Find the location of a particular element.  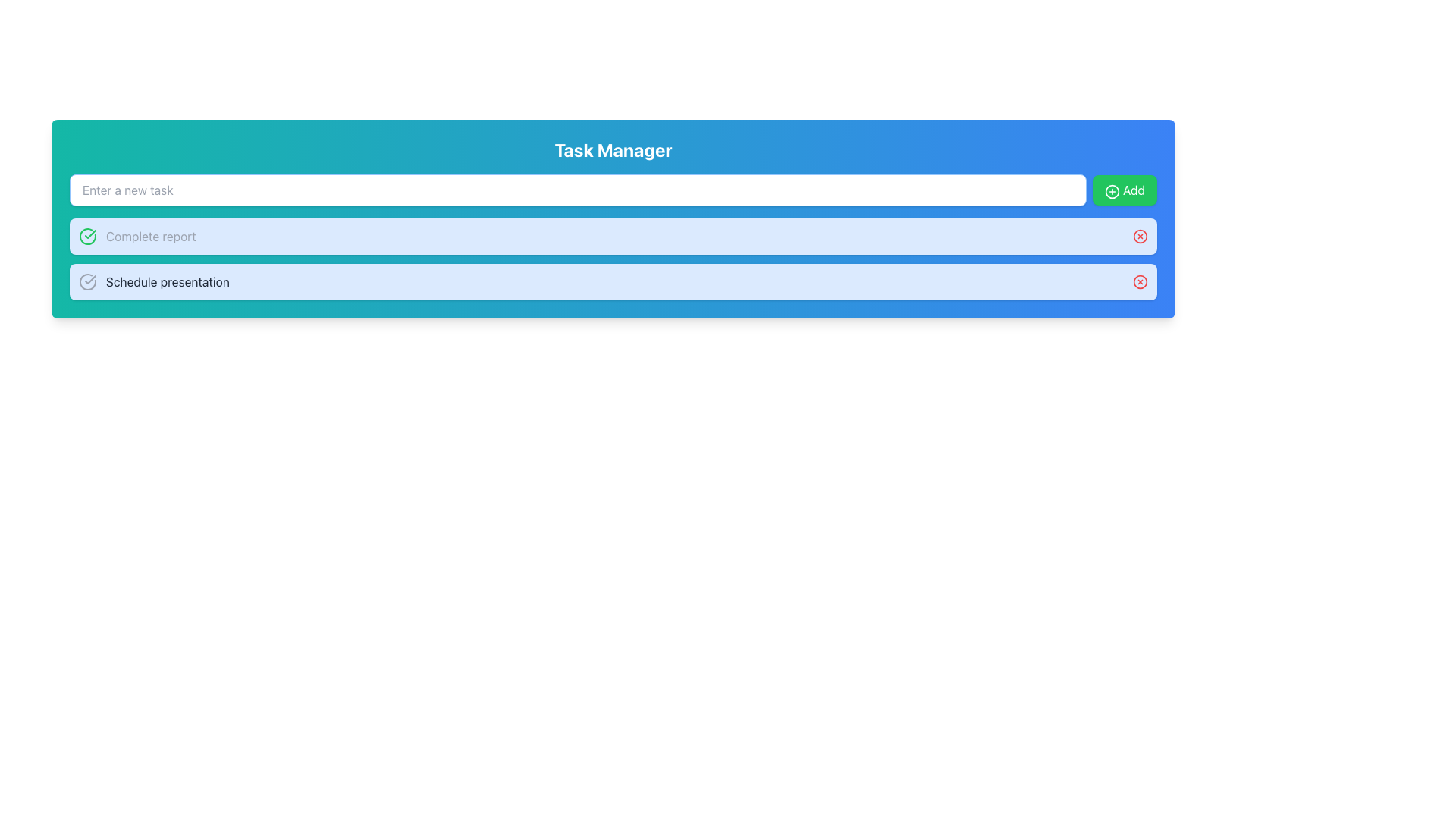

the text label reading 'Complete report' which has a strikethrough style, indicating a completed task, located below the 'Enter a new task' input box is located at coordinates (137, 237).